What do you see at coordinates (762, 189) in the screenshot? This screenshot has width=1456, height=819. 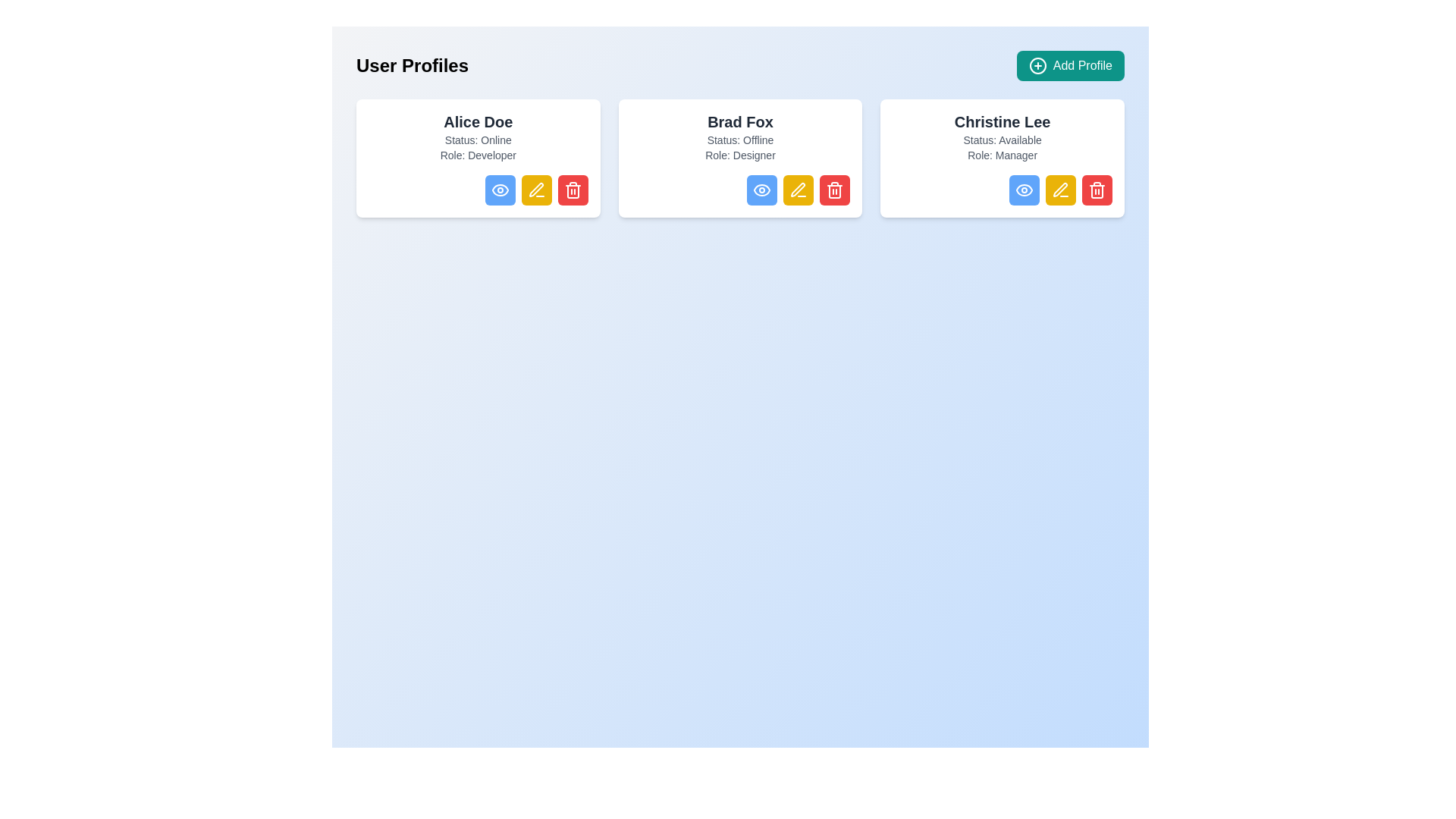 I see `the eye icon button located in the action buttons row beneath the 'Brad Fox' profile card` at bounding box center [762, 189].